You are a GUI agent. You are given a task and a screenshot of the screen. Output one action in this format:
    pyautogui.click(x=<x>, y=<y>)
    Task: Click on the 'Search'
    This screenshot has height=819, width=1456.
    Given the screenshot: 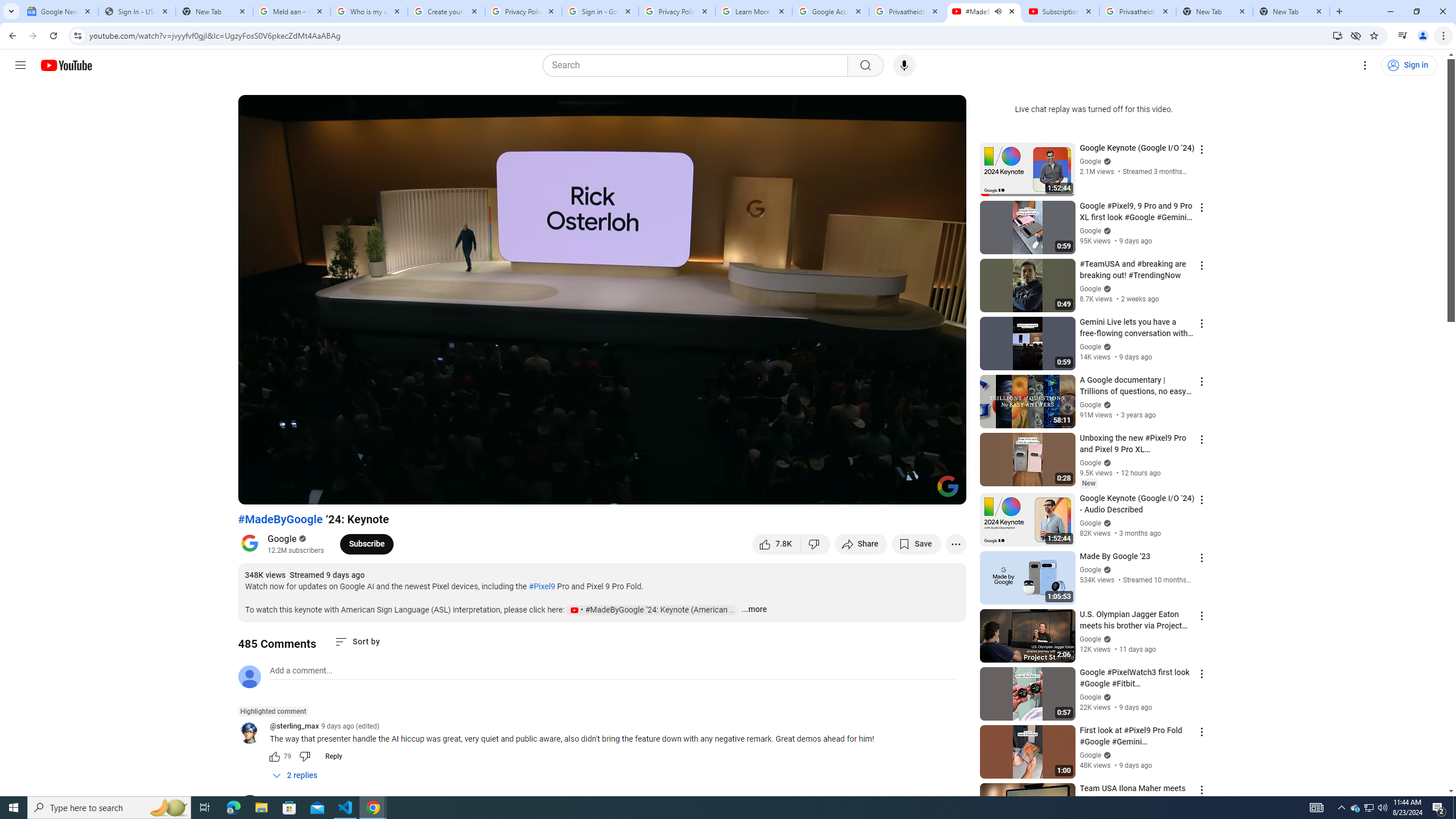 What is the action you would take?
    pyautogui.click(x=698, y=65)
    